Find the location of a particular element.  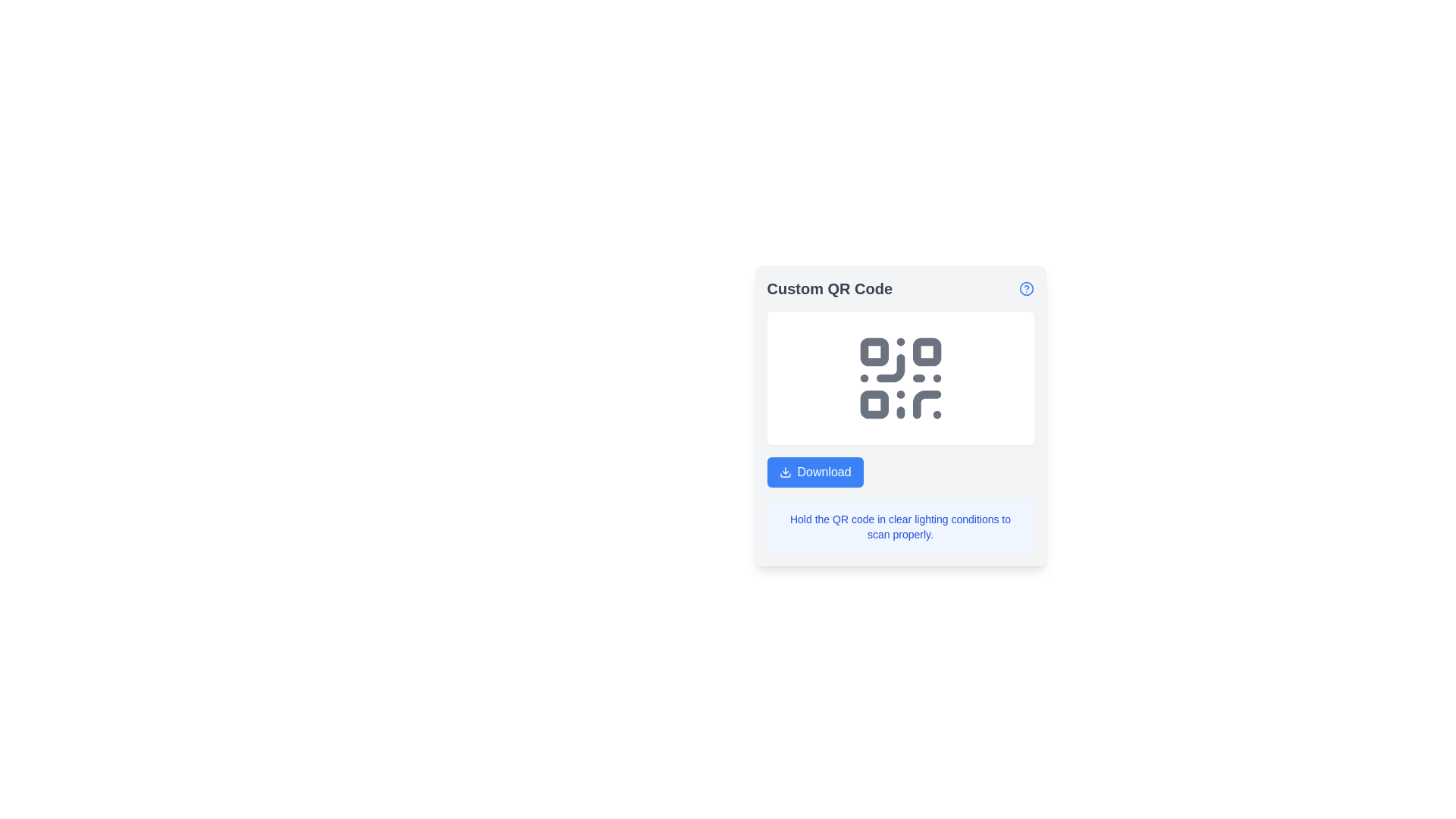

the graphical component in the upper-right corner of the QR code displayed in the 'Custom QR Code' section is located at coordinates (926, 352).